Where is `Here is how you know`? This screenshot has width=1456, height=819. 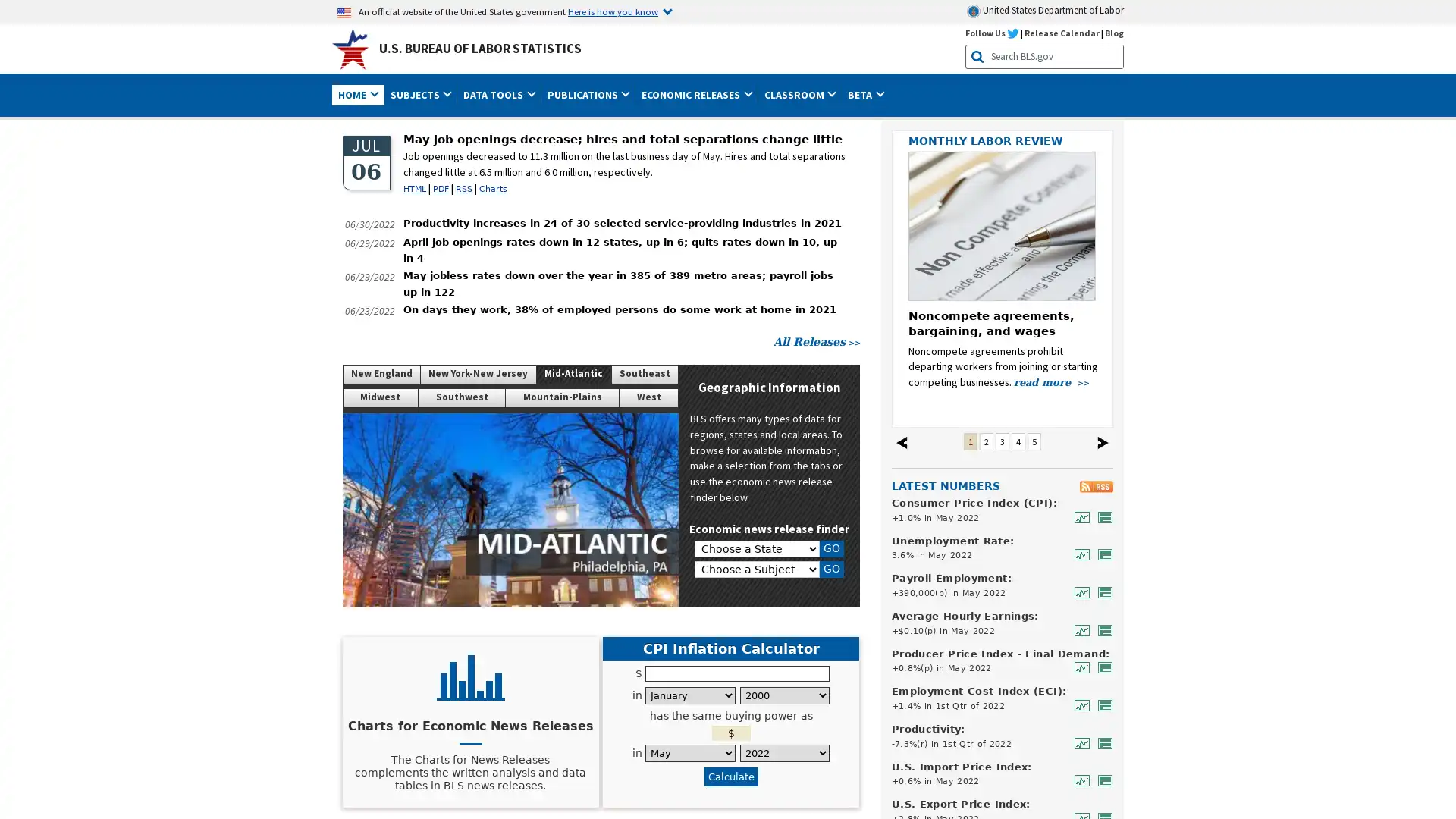
Here is how you know is located at coordinates (620, 11).